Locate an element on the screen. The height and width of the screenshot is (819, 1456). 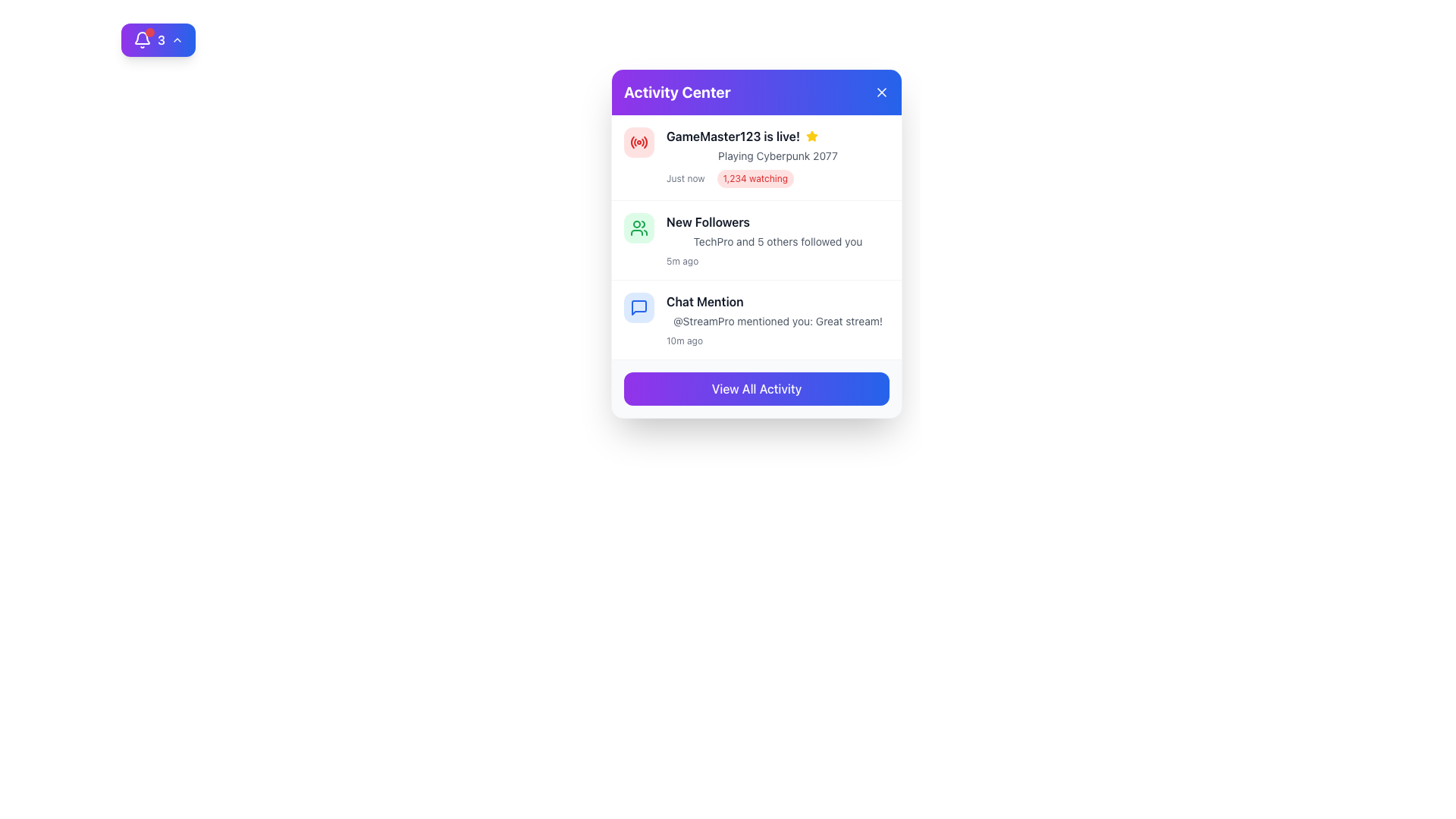
activity updates displayed in the Panel section titled 'Activity Center', which provides information on live statuses, follower gains, and chat mentions is located at coordinates (757, 237).